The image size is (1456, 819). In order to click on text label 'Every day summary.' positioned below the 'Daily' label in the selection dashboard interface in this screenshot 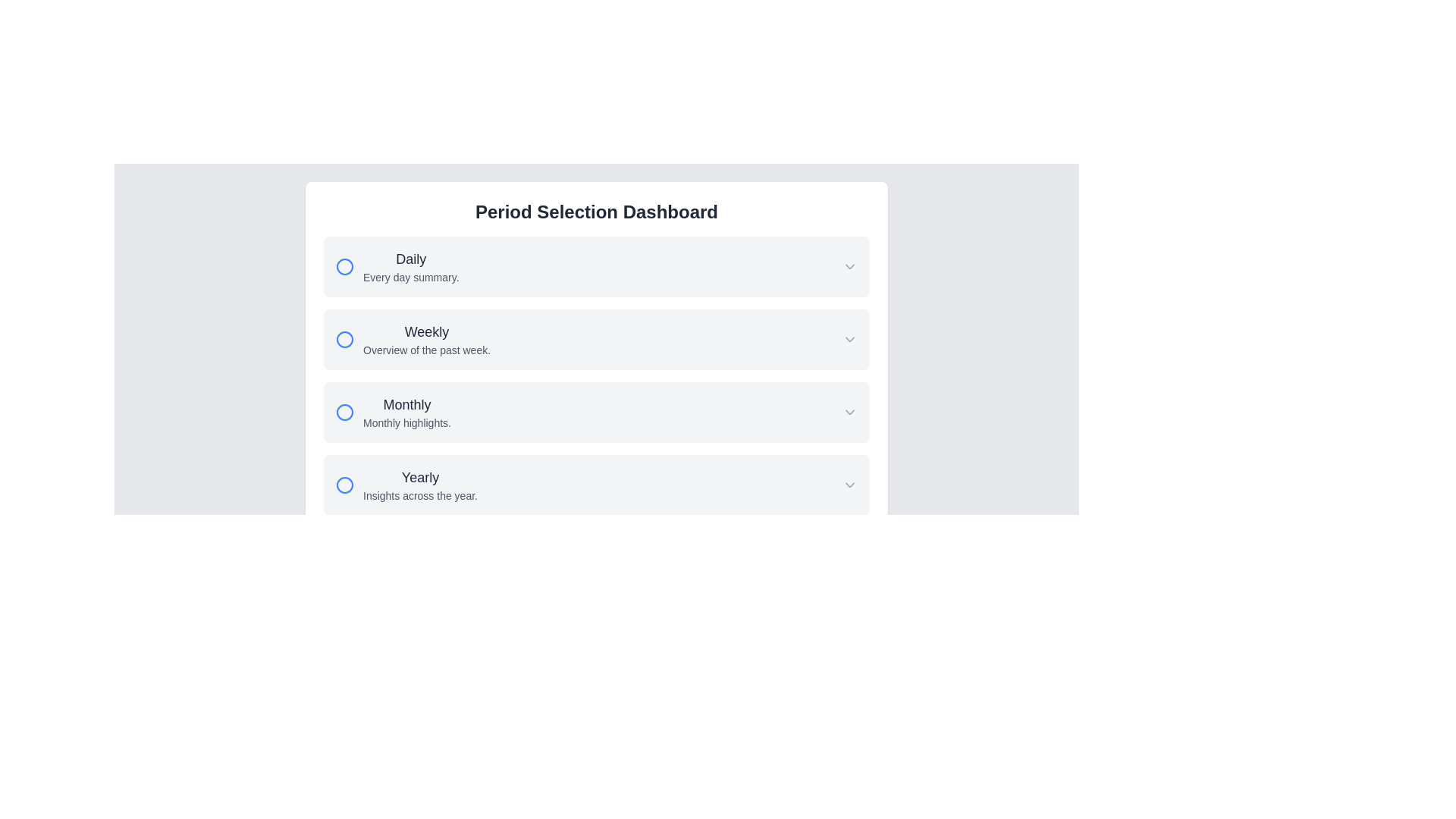, I will do `click(411, 278)`.